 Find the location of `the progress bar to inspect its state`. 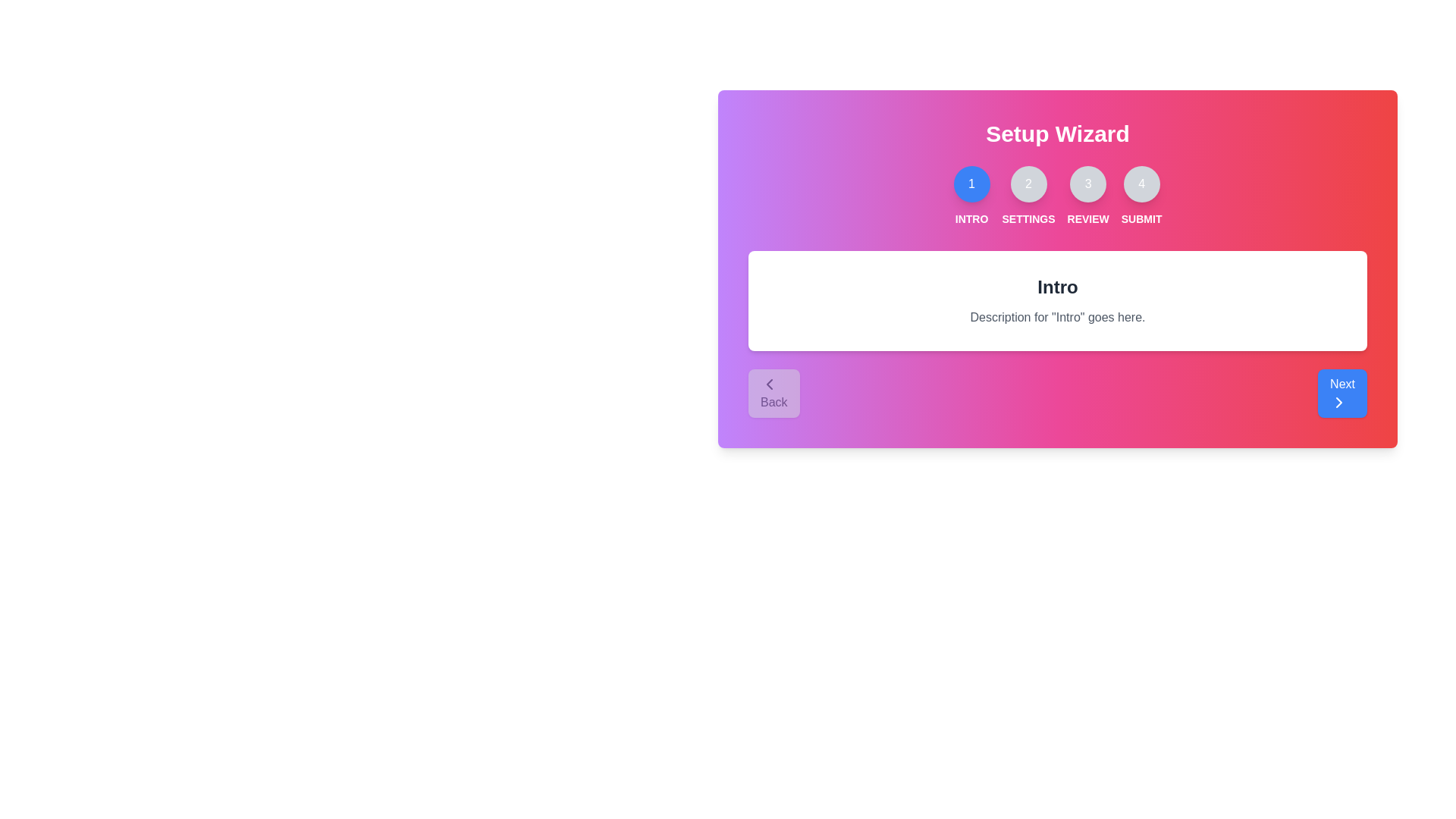

the progress bar to inspect its state is located at coordinates (1014, 185).